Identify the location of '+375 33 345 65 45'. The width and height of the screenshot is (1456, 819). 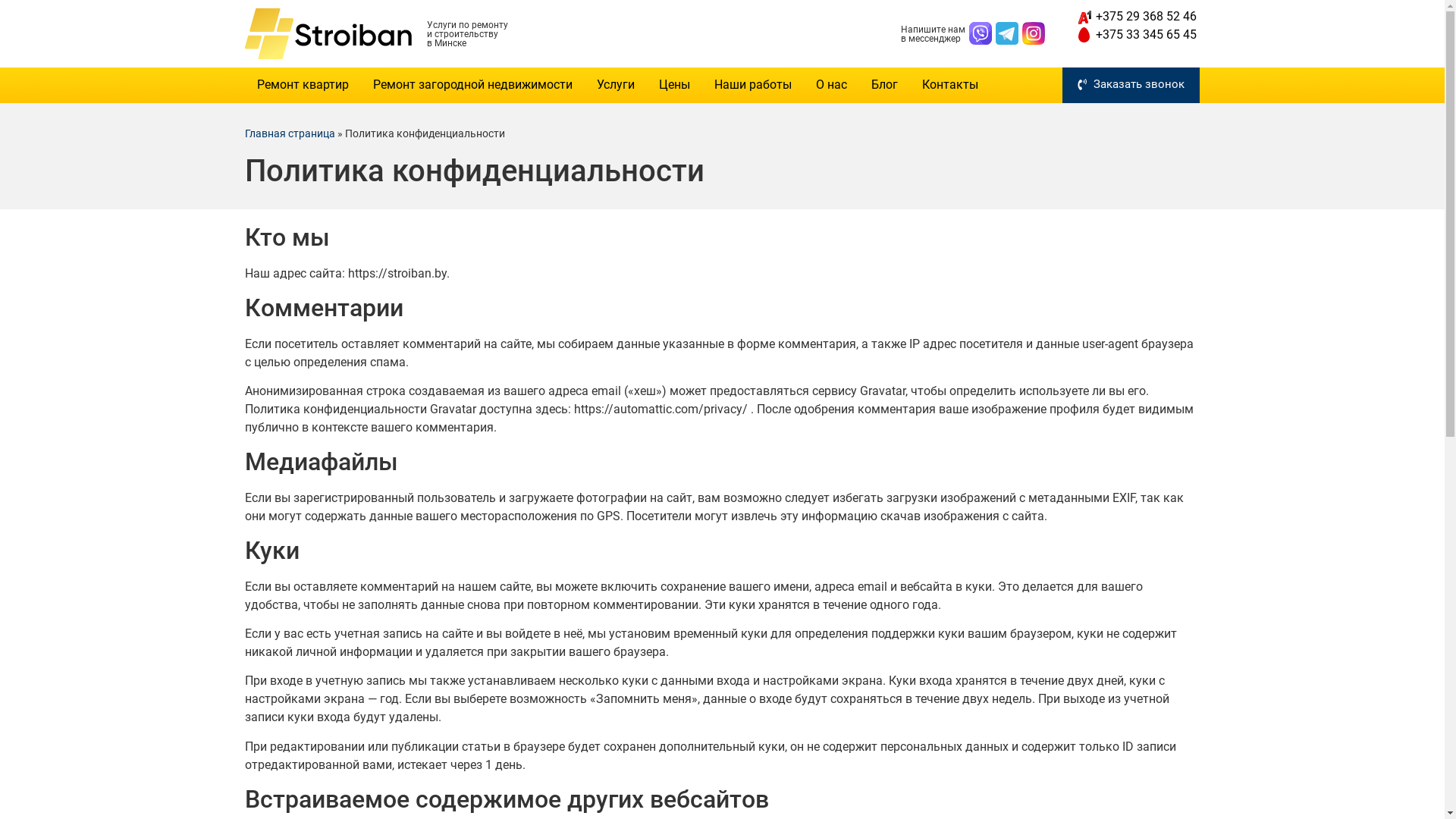
(1135, 34).